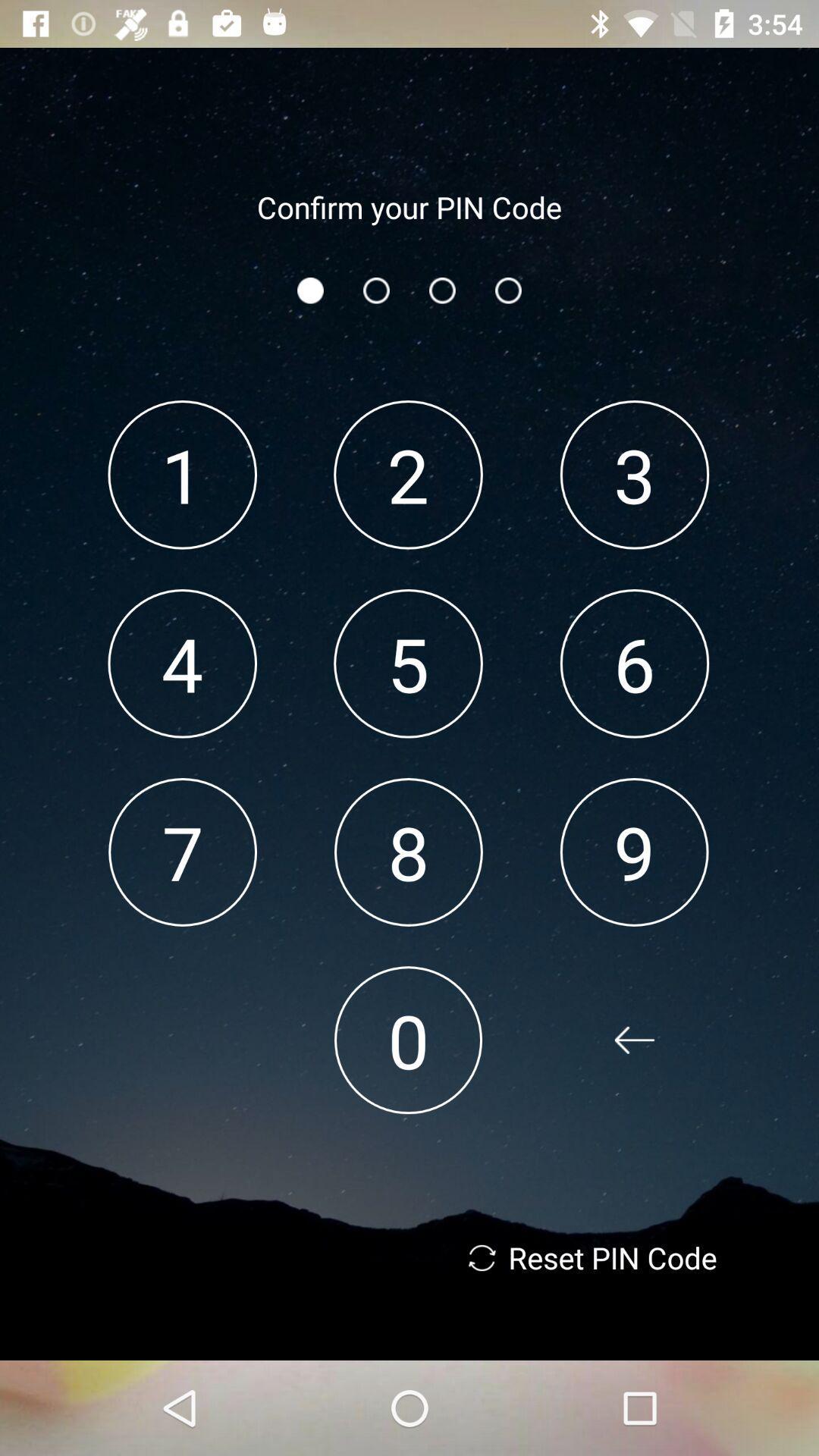 The height and width of the screenshot is (1456, 819). Describe the element at coordinates (407, 664) in the screenshot. I see `5 app` at that location.